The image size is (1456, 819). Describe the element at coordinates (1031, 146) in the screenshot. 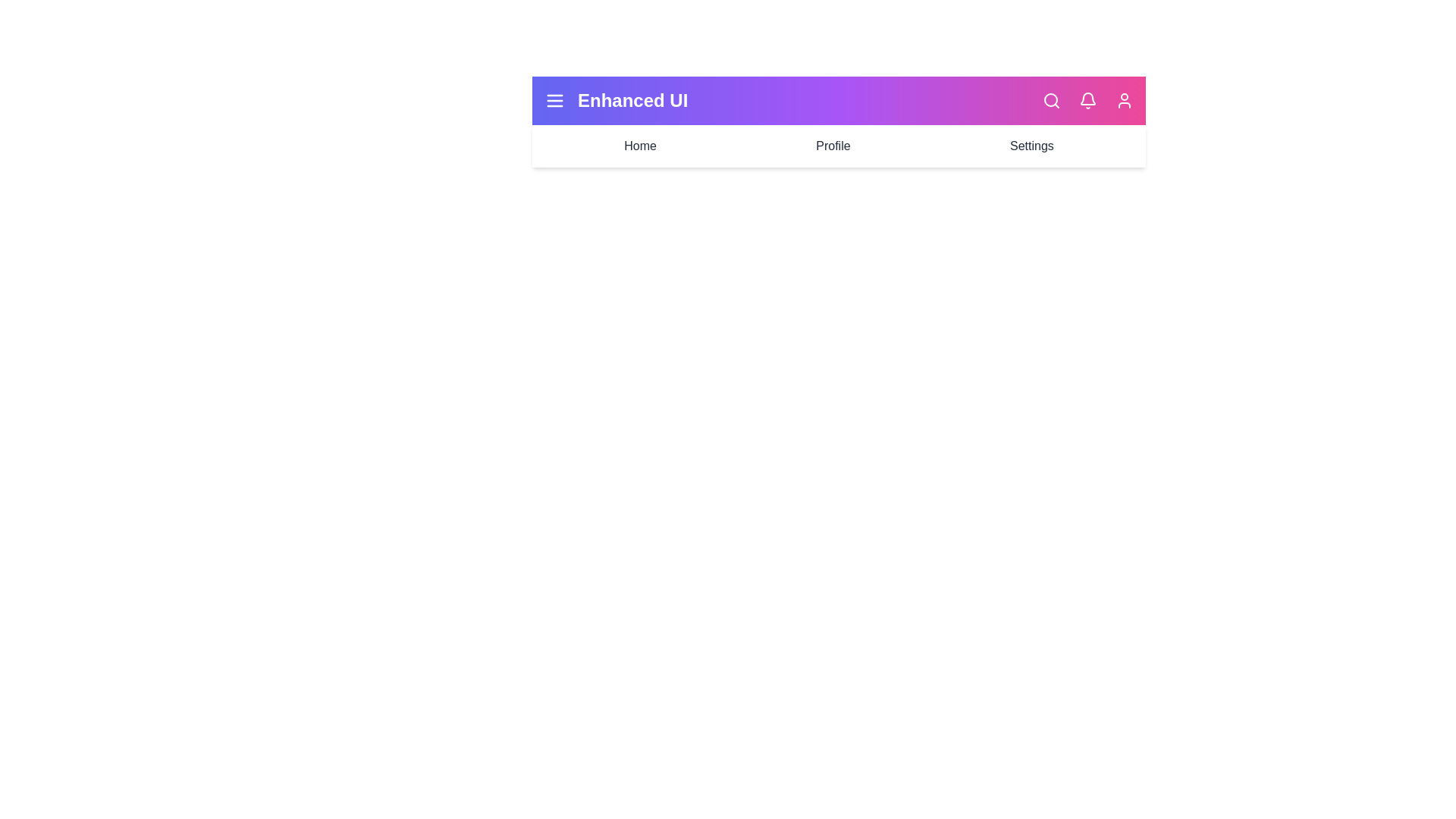

I see `the Settings navigation item in the EnhancedAppBar` at that location.